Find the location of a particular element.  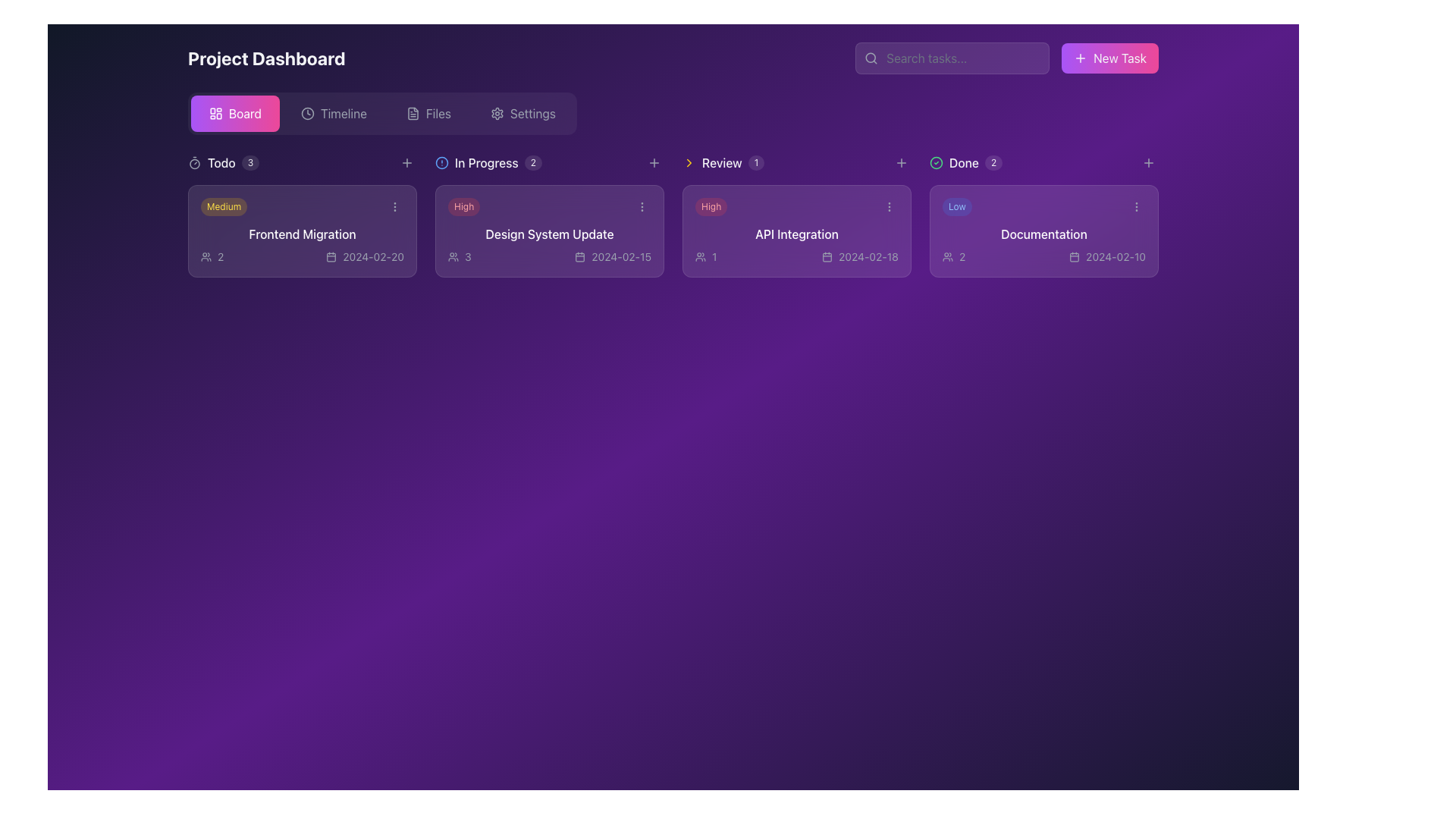

the circular '+' button is located at coordinates (1149, 163).